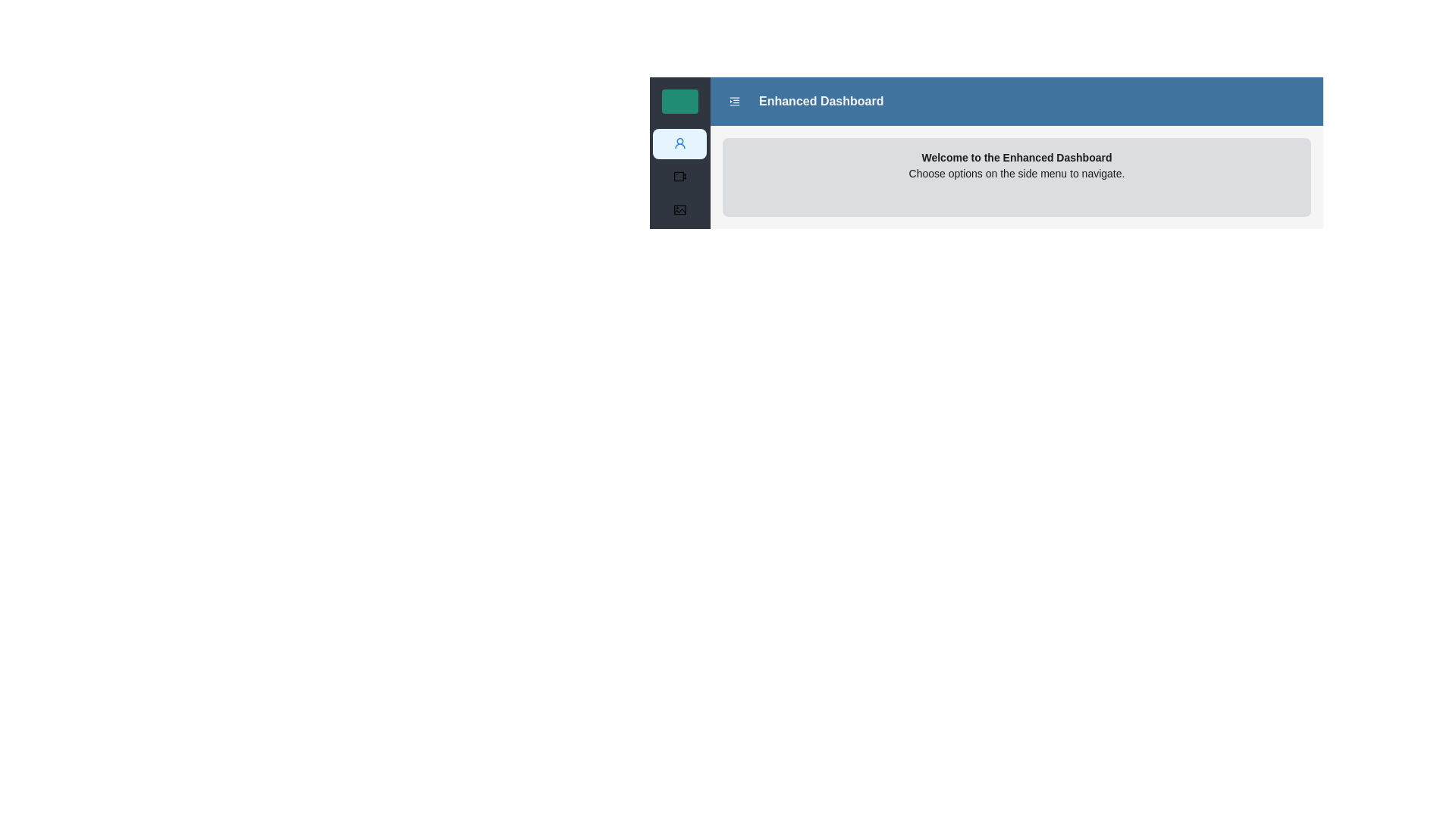  I want to click on the Icon button located in the top navigation bar near the left-hand side, so click(735, 102).